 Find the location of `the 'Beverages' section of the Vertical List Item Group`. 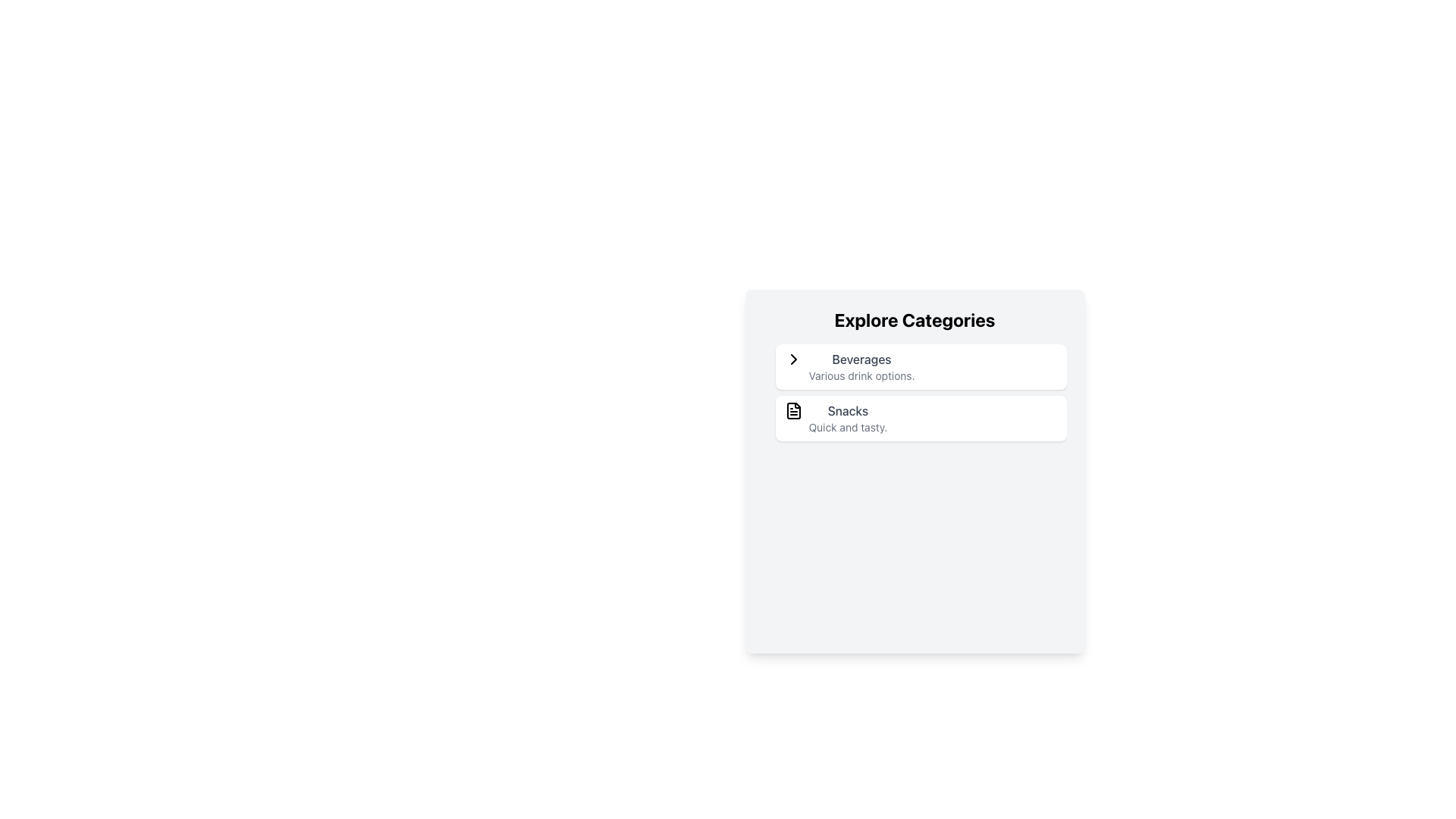

the 'Beverages' section of the Vertical List Item Group is located at coordinates (914, 391).